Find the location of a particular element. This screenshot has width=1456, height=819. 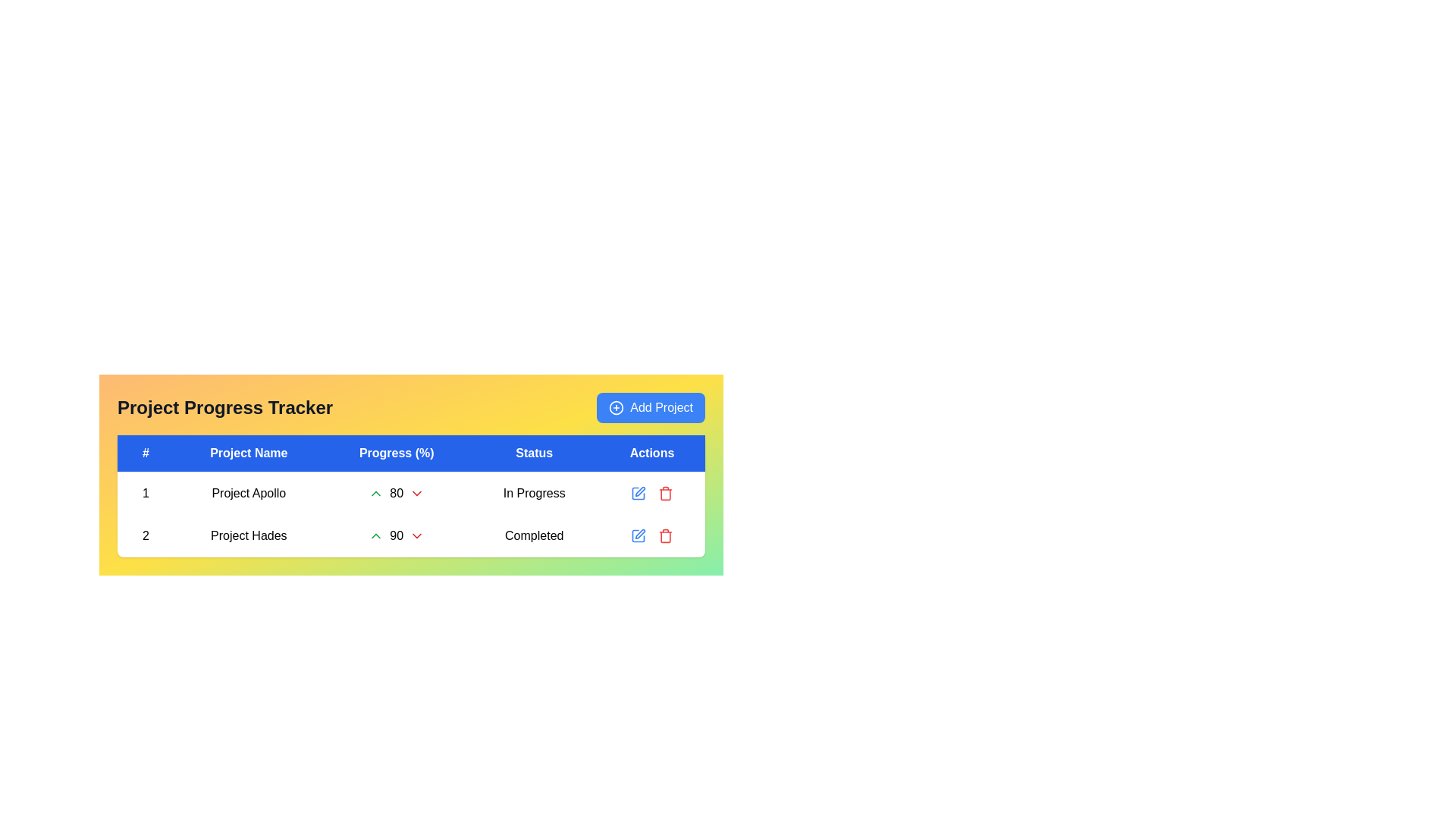

the upward chevron icon, which is green and located to the left of the text '80' in the 'Progress (%)' section of the table, to increment the progress value is located at coordinates (376, 494).